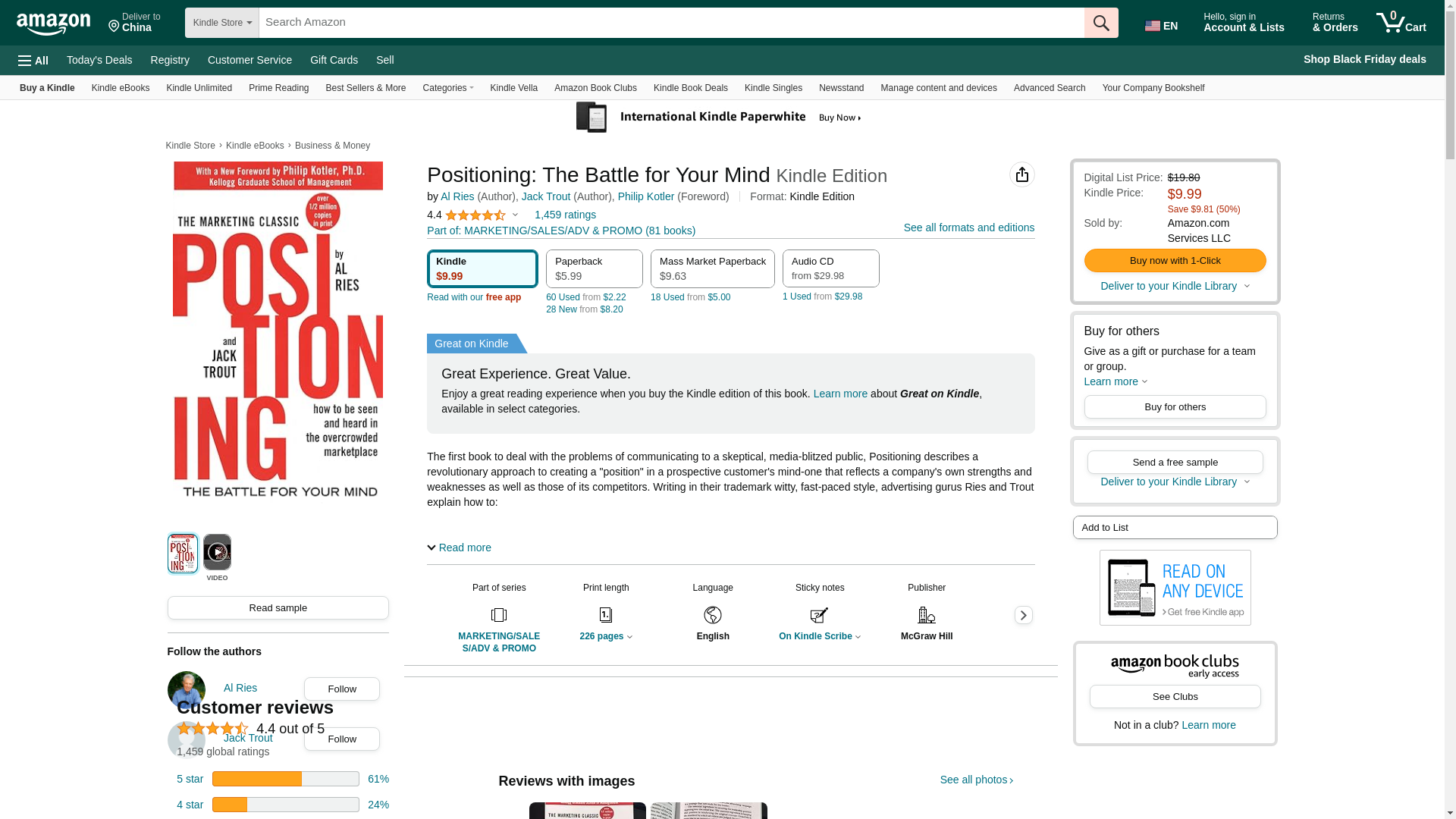 This screenshot has height=819, width=1456. Describe the element at coordinates (977, 780) in the screenshot. I see `'See all photos'` at that location.